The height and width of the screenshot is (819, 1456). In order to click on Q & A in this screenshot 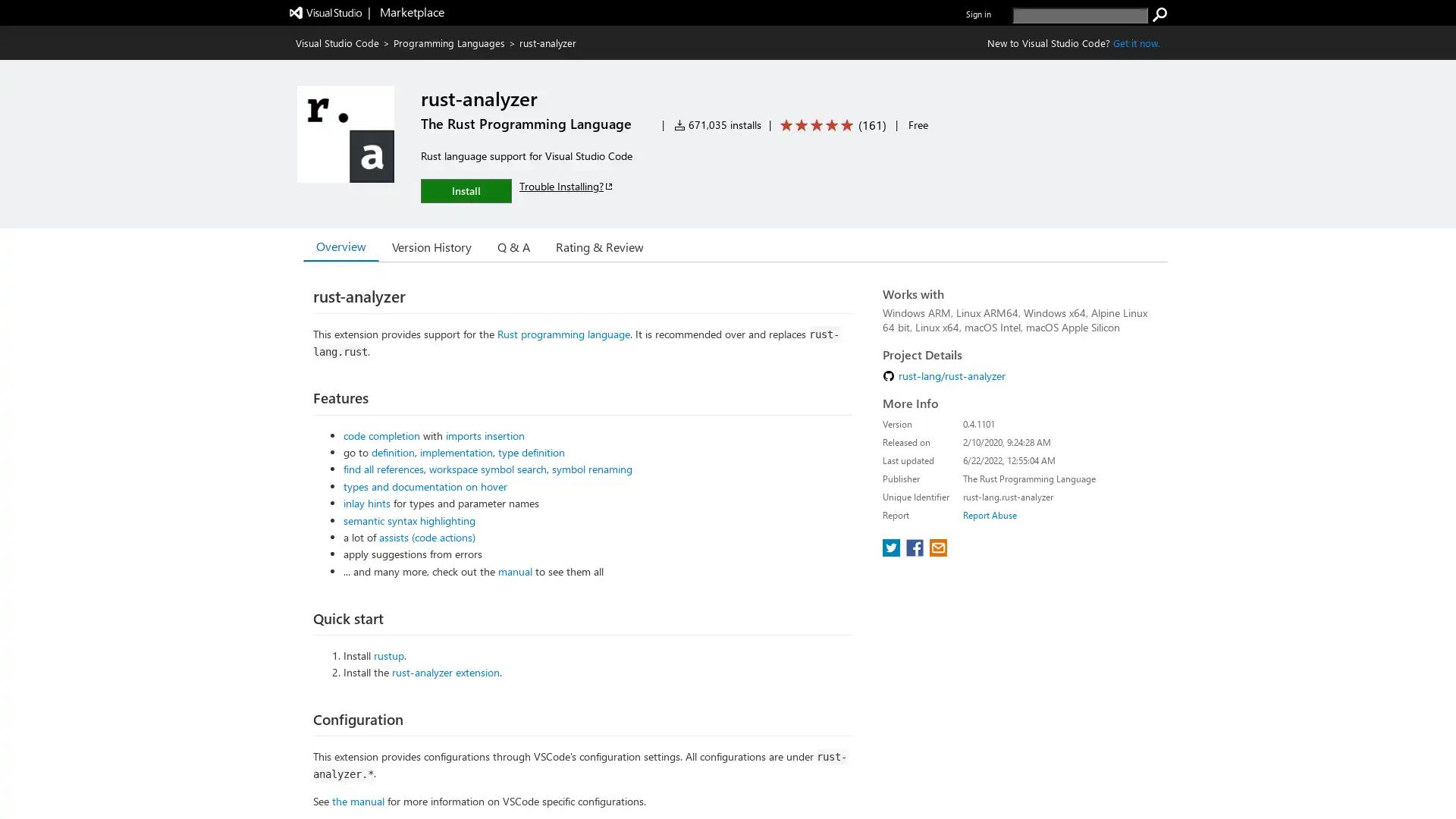, I will do `click(513, 245)`.